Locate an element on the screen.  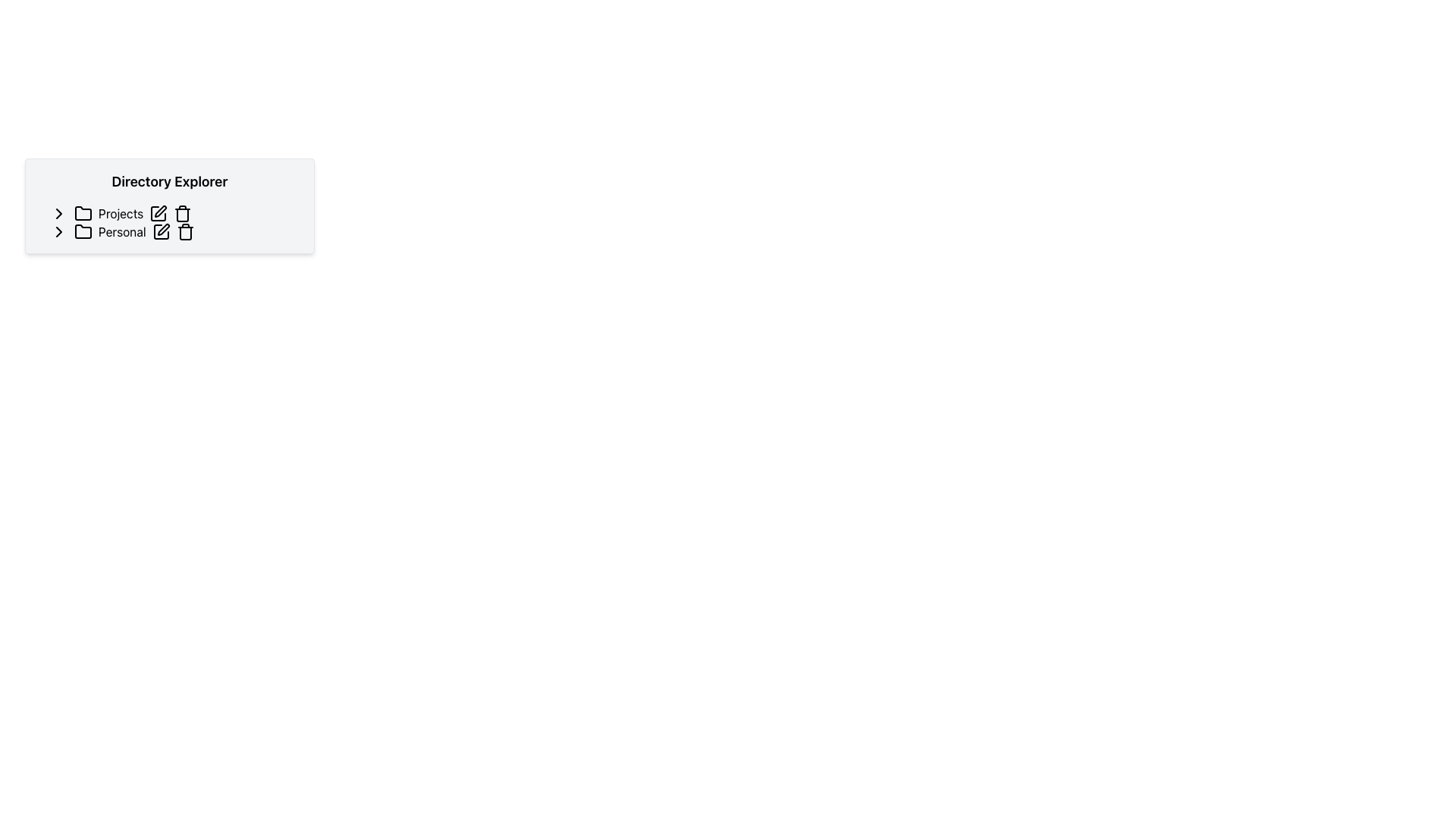
the 'Projects' directory row in the Directory Explorer section is located at coordinates (175, 213).